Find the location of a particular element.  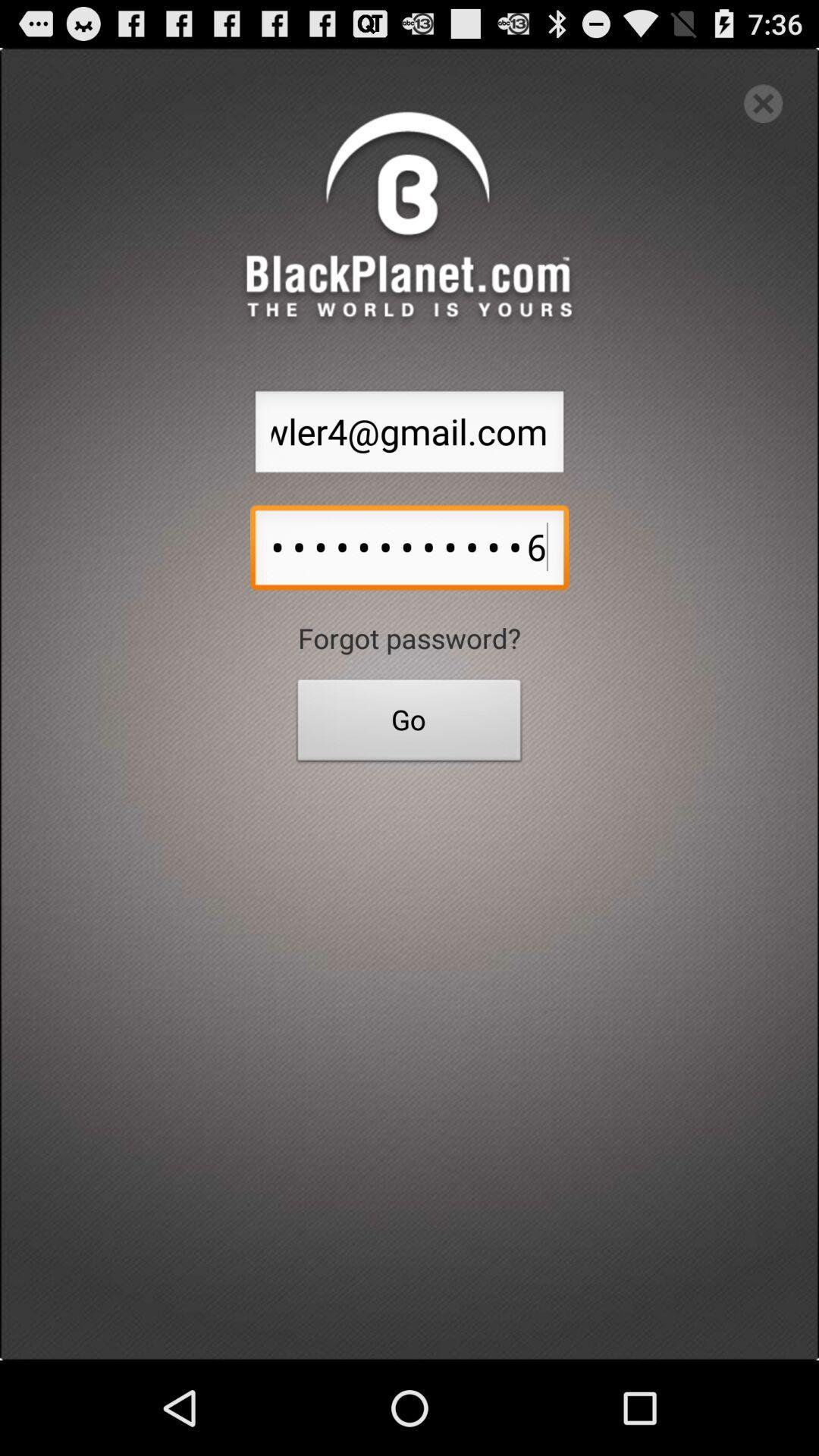

exit out is located at coordinates (763, 102).